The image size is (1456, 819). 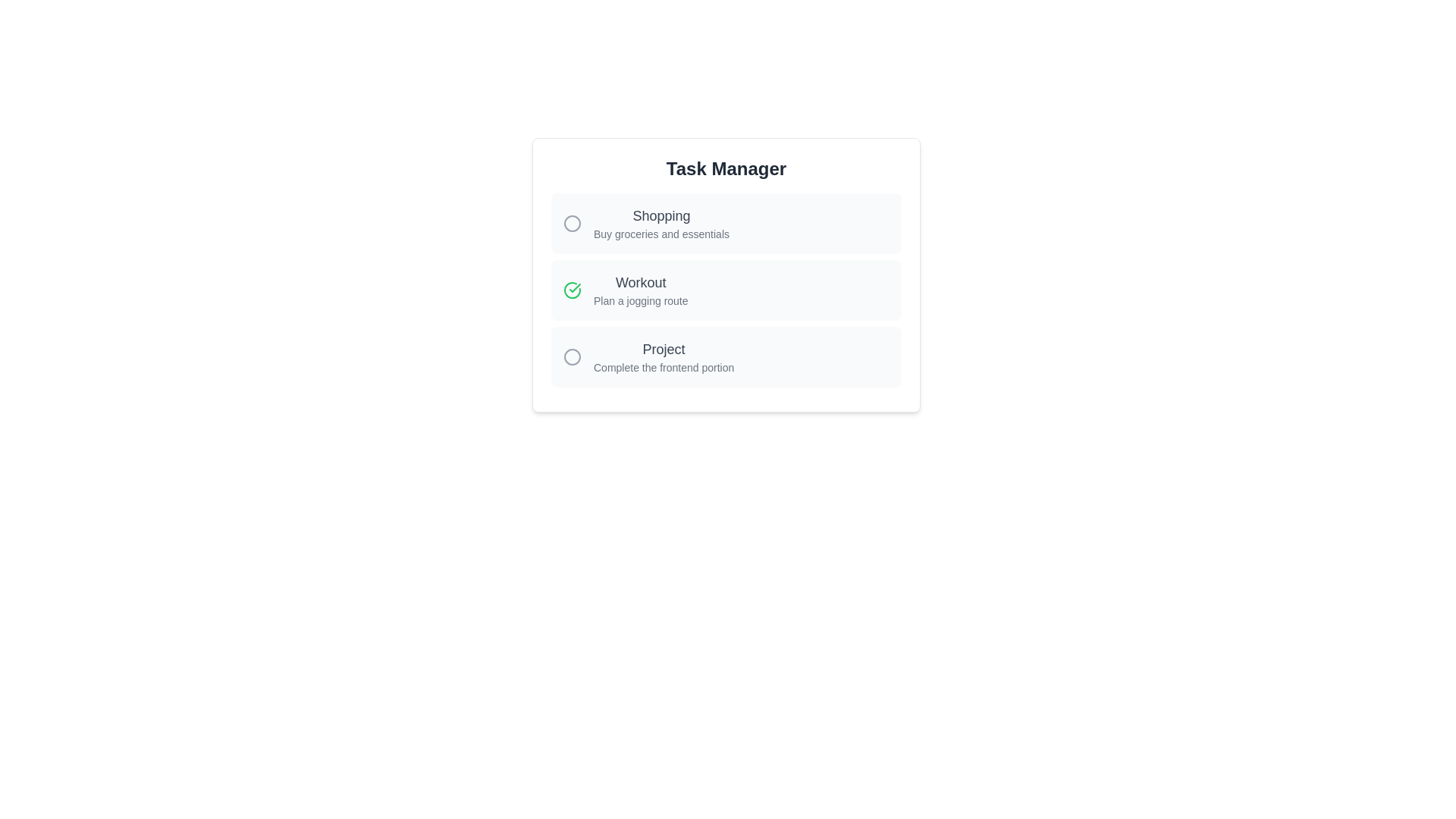 I want to click on the task name text for Workout, so click(x=641, y=283).